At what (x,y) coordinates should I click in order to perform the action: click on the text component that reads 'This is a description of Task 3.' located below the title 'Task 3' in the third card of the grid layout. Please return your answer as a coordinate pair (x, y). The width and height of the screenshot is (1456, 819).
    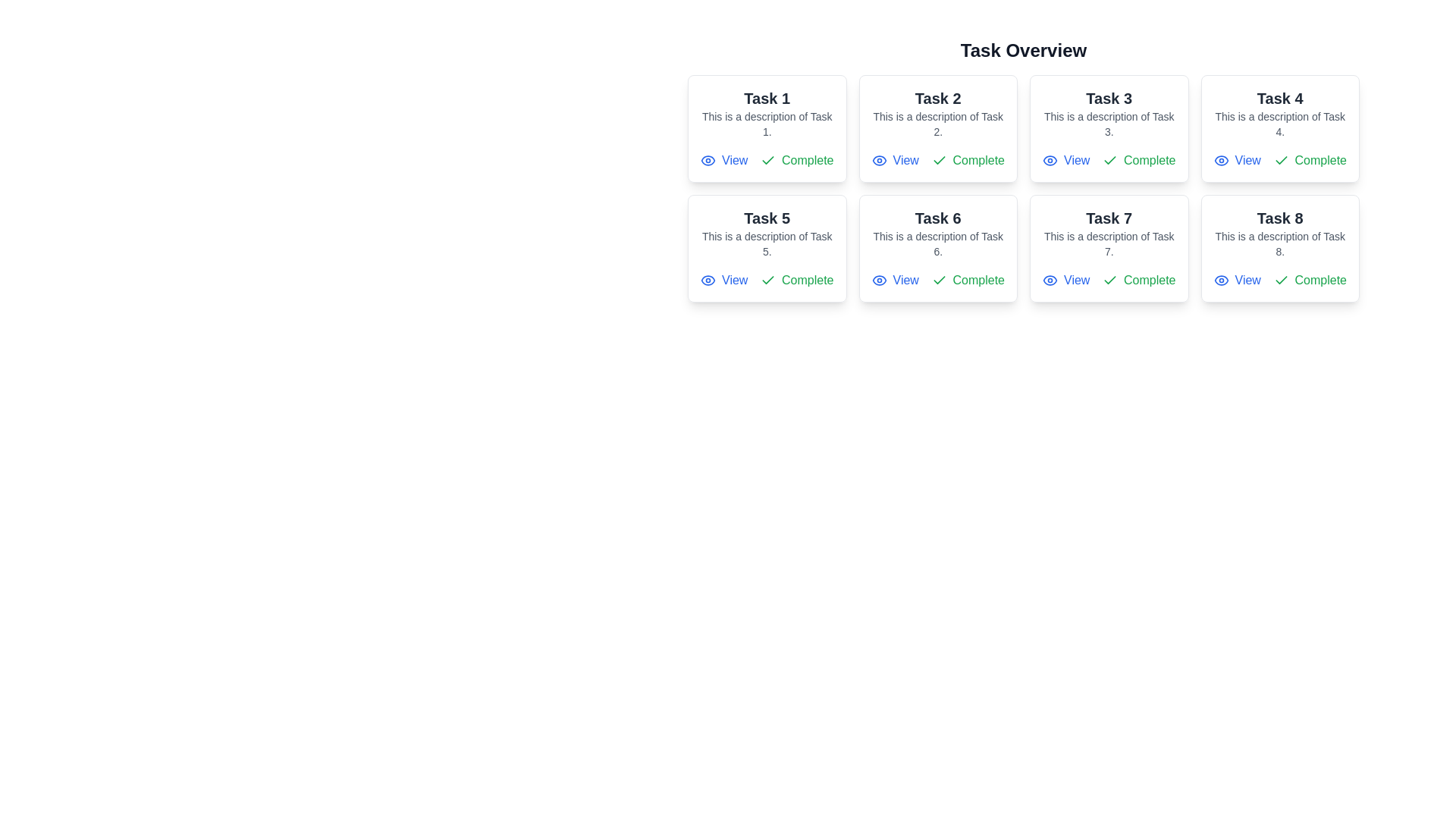
    Looking at the image, I should click on (1109, 124).